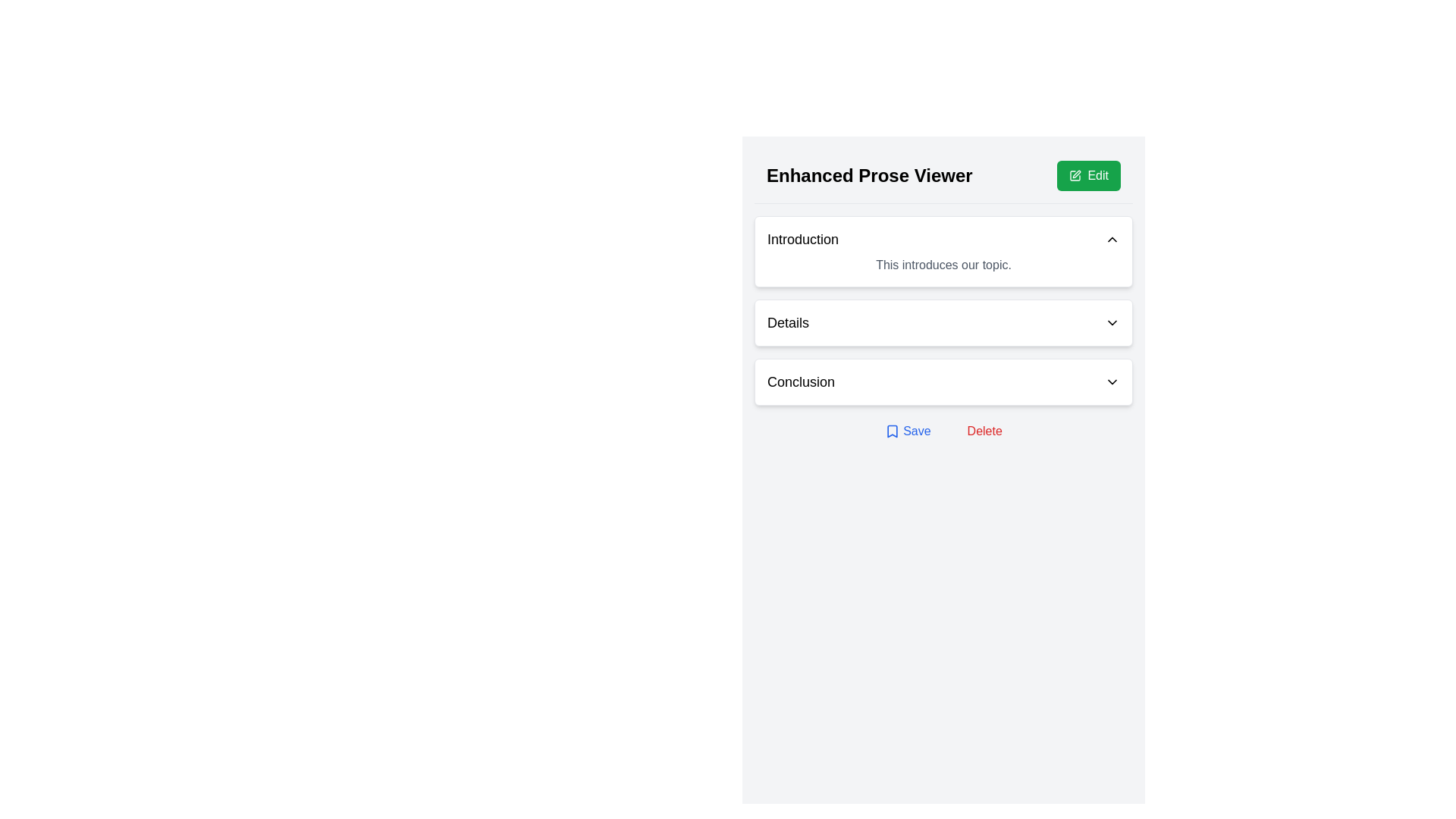  Describe the element at coordinates (908, 431) in the screenshot. I see `the 'Save' button, which is labeled in blue text with an underline on hover and has a bookmark icon to the left, positioned at the bottom of the section to the left of the 'Delete' button` at that location.